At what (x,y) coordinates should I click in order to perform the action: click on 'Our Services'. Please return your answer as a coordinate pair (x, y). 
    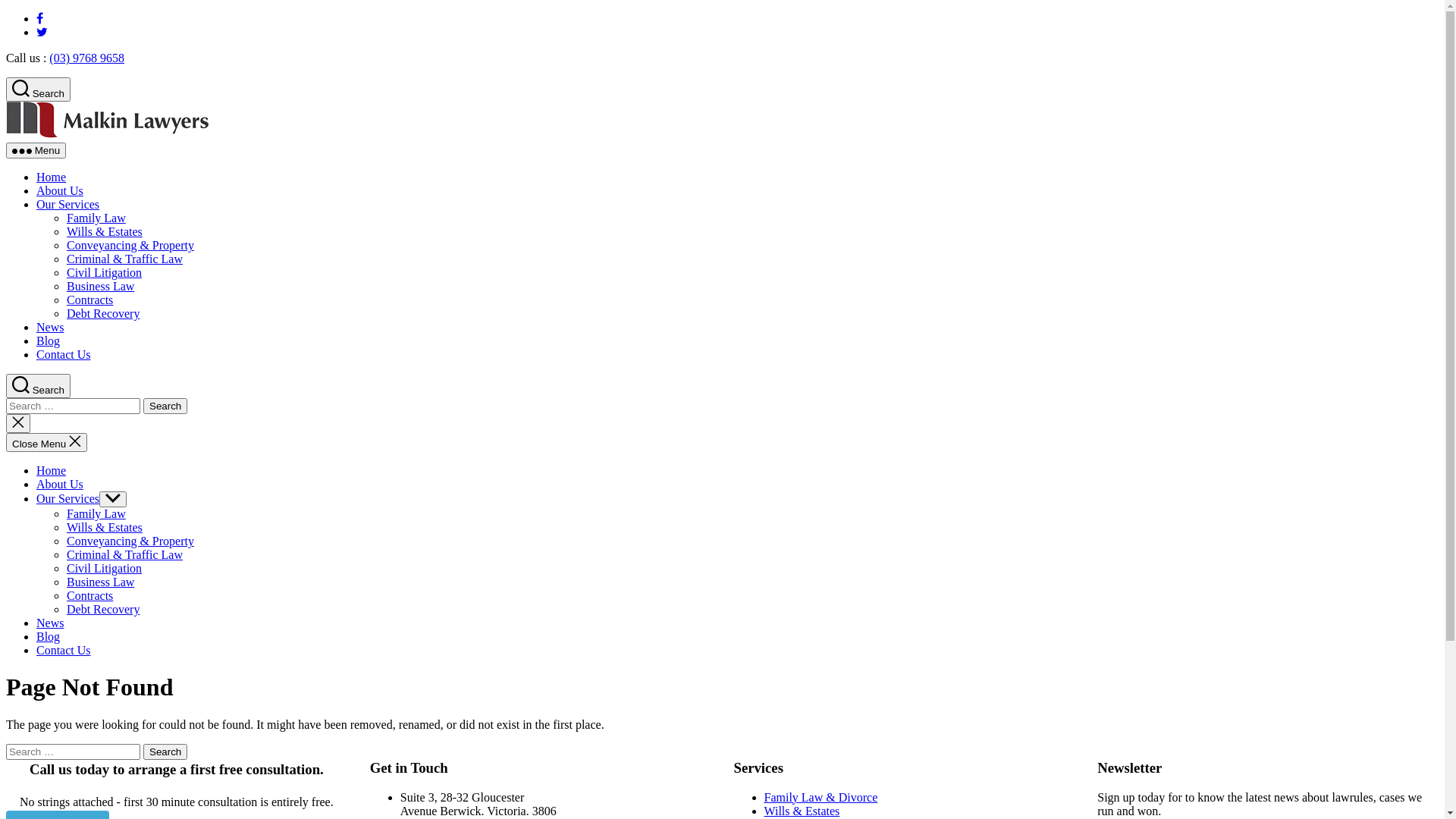
    Looking at the image, I should click on (67, 203).